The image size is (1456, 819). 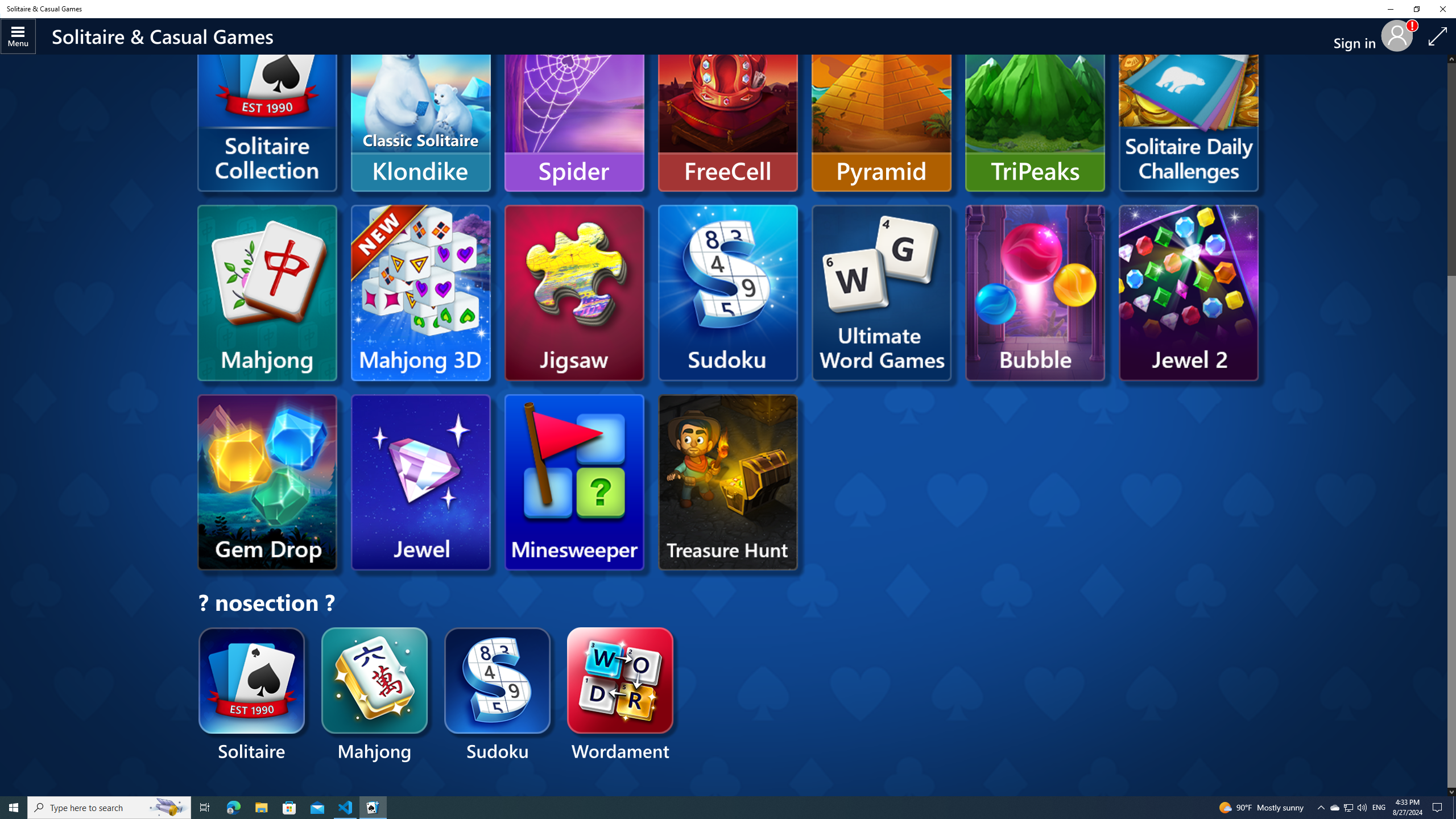 What do you see at coordinates (621, 695) in the screenshot?
I see `'Wordament'` at bounding box center [621, 695].